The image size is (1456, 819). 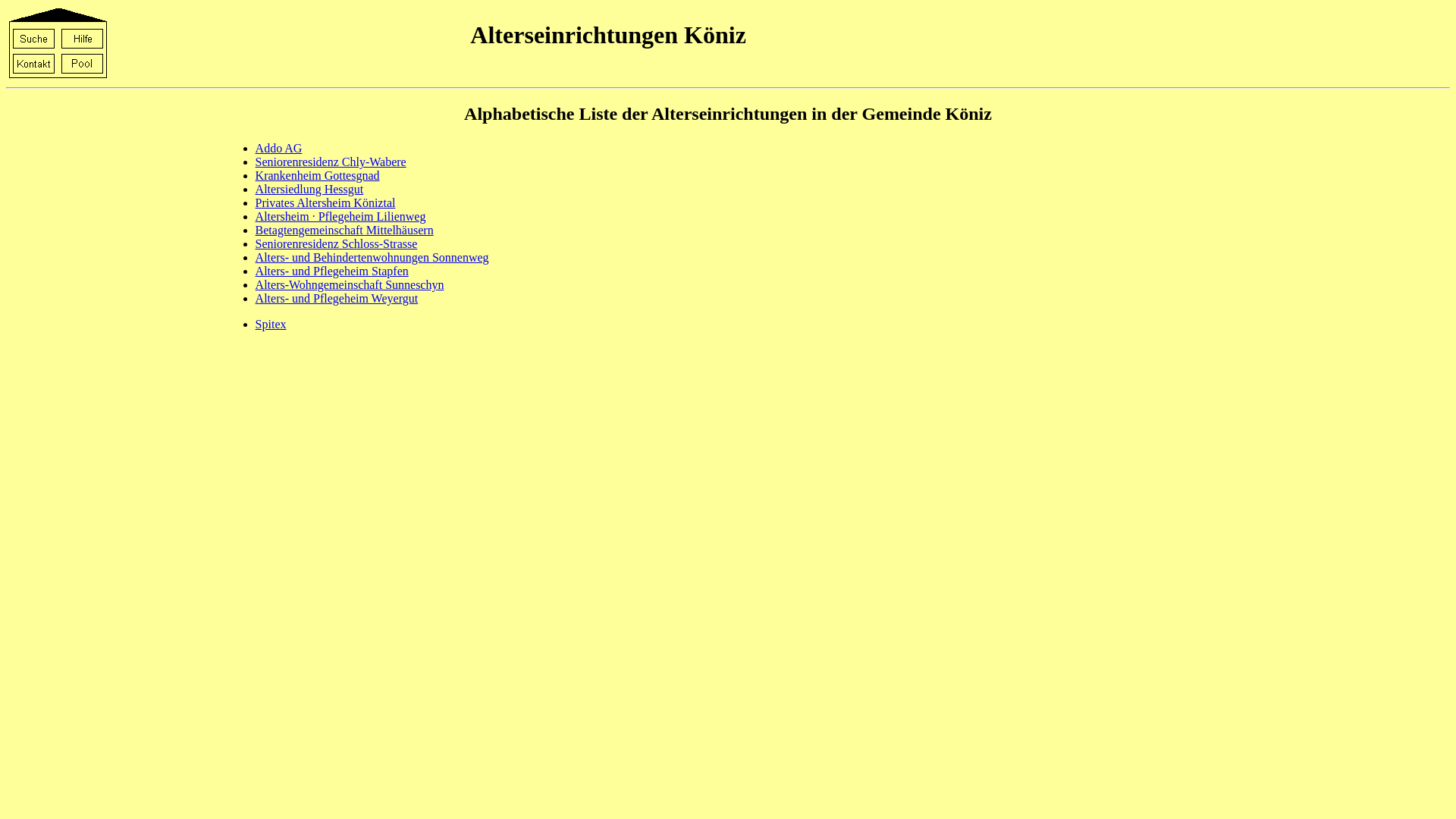 I want to click on 'Seniorenresidenz Chly-Wabere', so click(x=330, y=162).